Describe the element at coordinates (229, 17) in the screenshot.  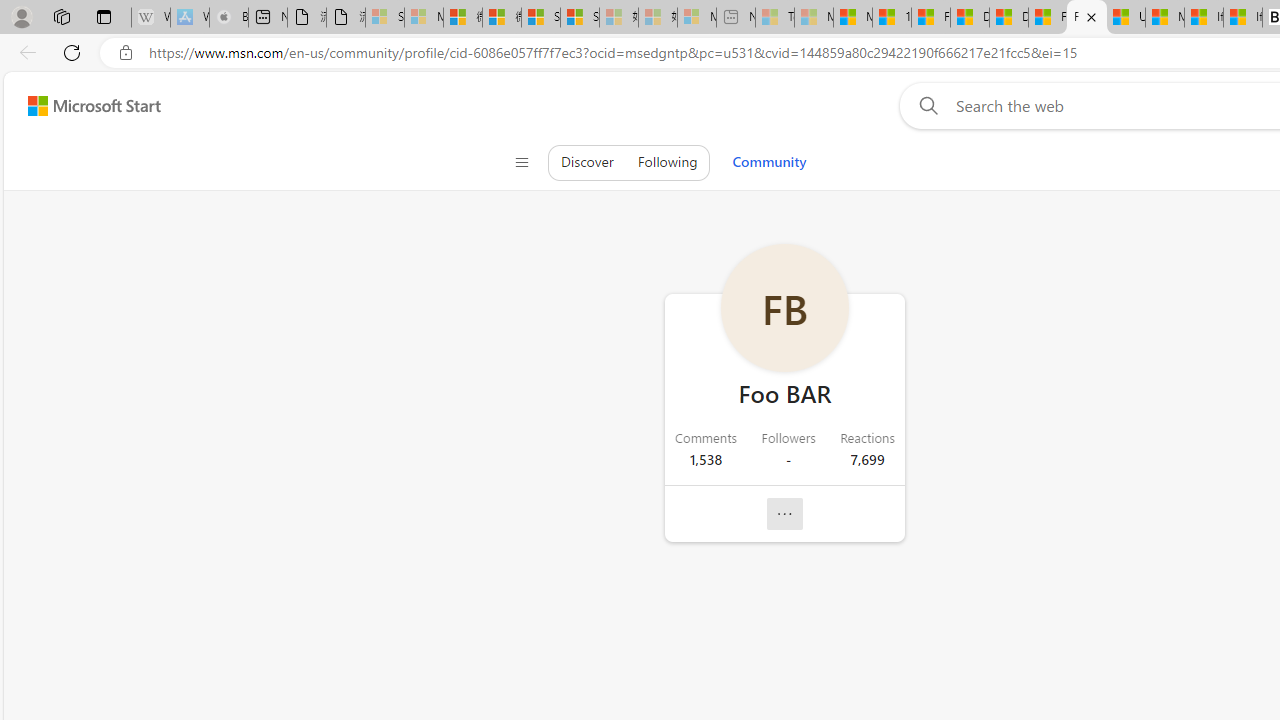
I see `'Buy iPad - Apple - Sleeping'` at that location.